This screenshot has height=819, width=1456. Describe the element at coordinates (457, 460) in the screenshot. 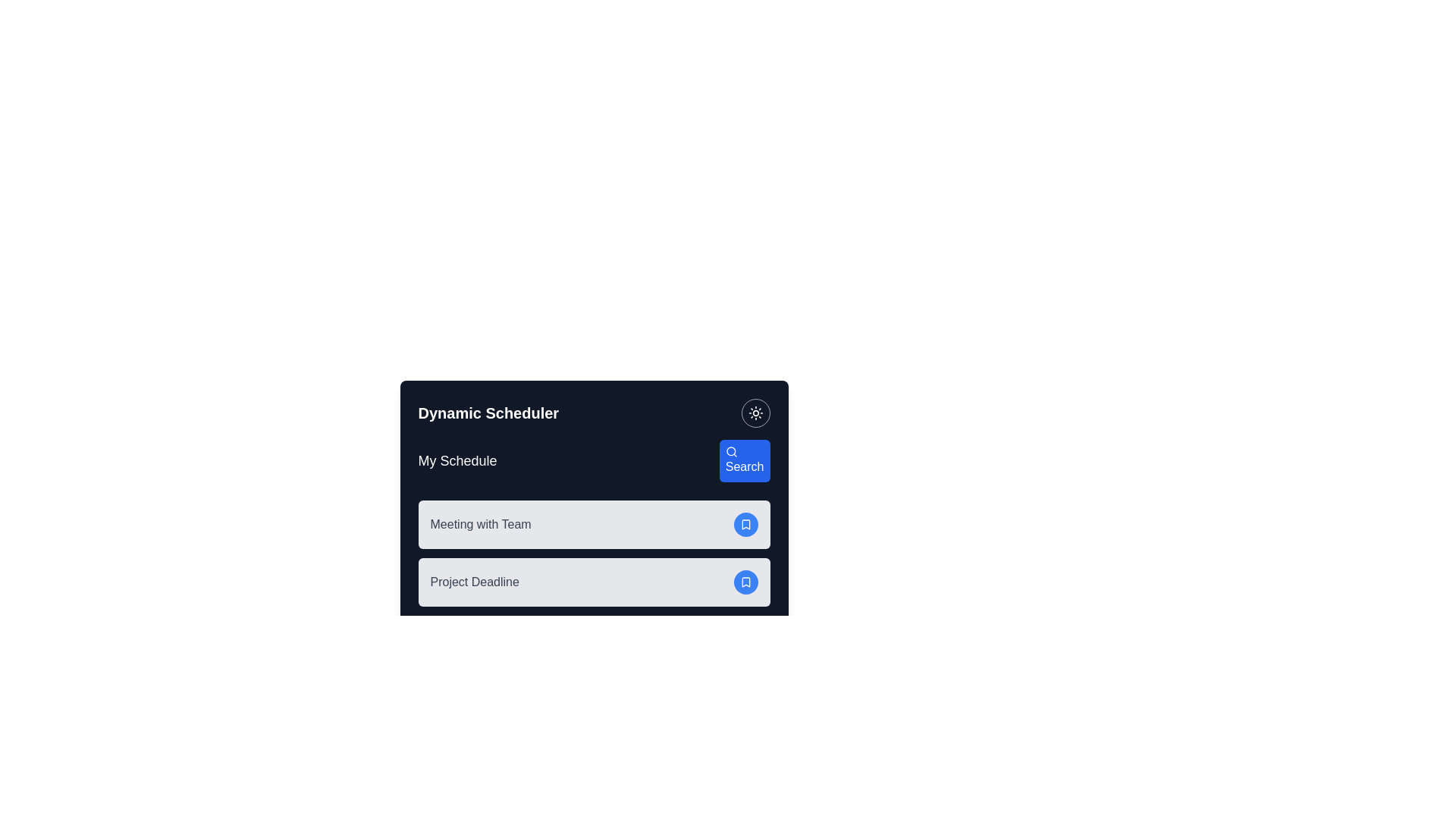

I see `the 'My Schedule' text label, which is a larger sans-serif font label located in the top-left area of a horizontal section header, next to a search button` at that location.